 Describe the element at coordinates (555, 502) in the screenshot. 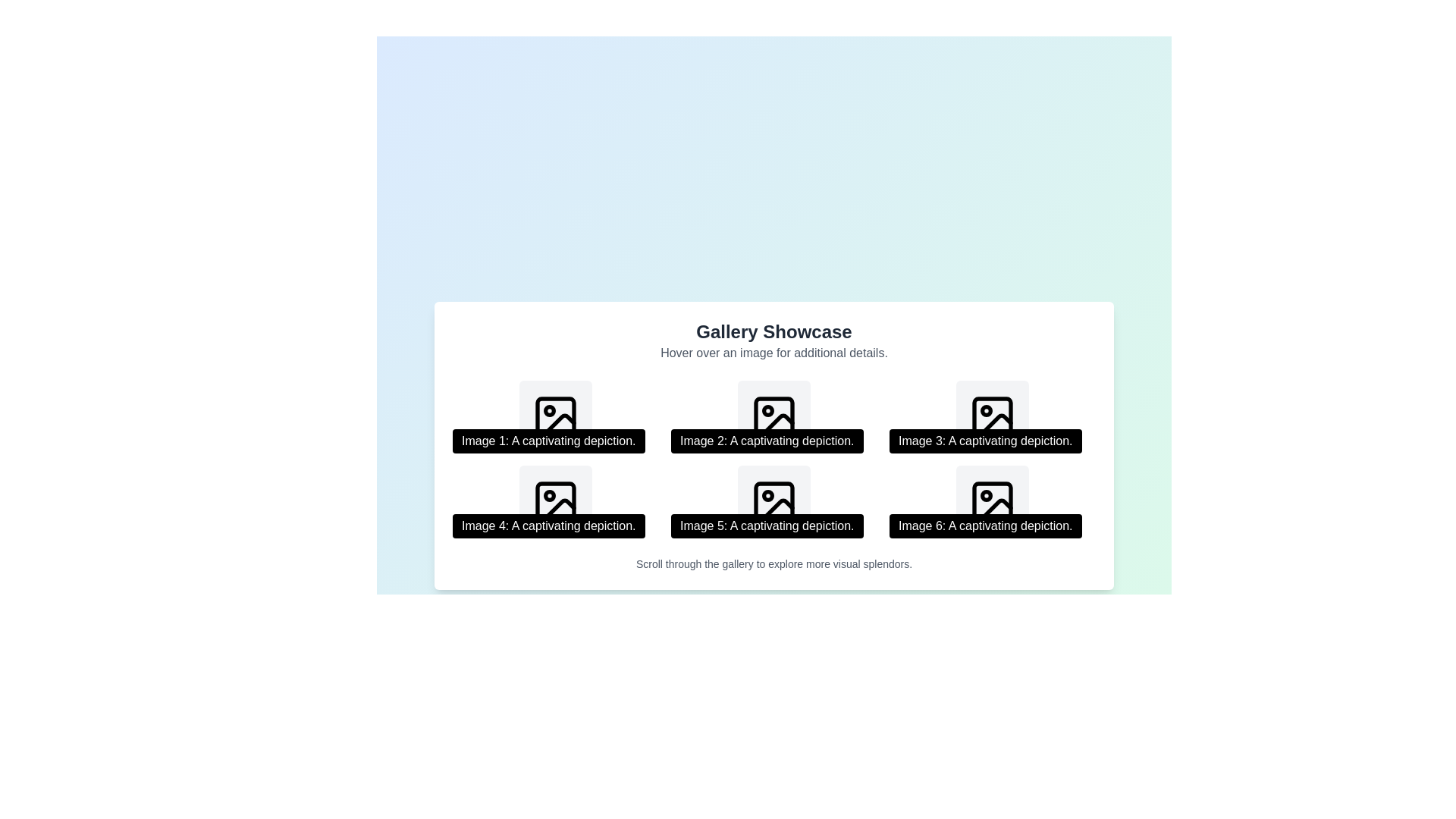

I see `the first icon in the second row and first column of the grid layout` at that location.